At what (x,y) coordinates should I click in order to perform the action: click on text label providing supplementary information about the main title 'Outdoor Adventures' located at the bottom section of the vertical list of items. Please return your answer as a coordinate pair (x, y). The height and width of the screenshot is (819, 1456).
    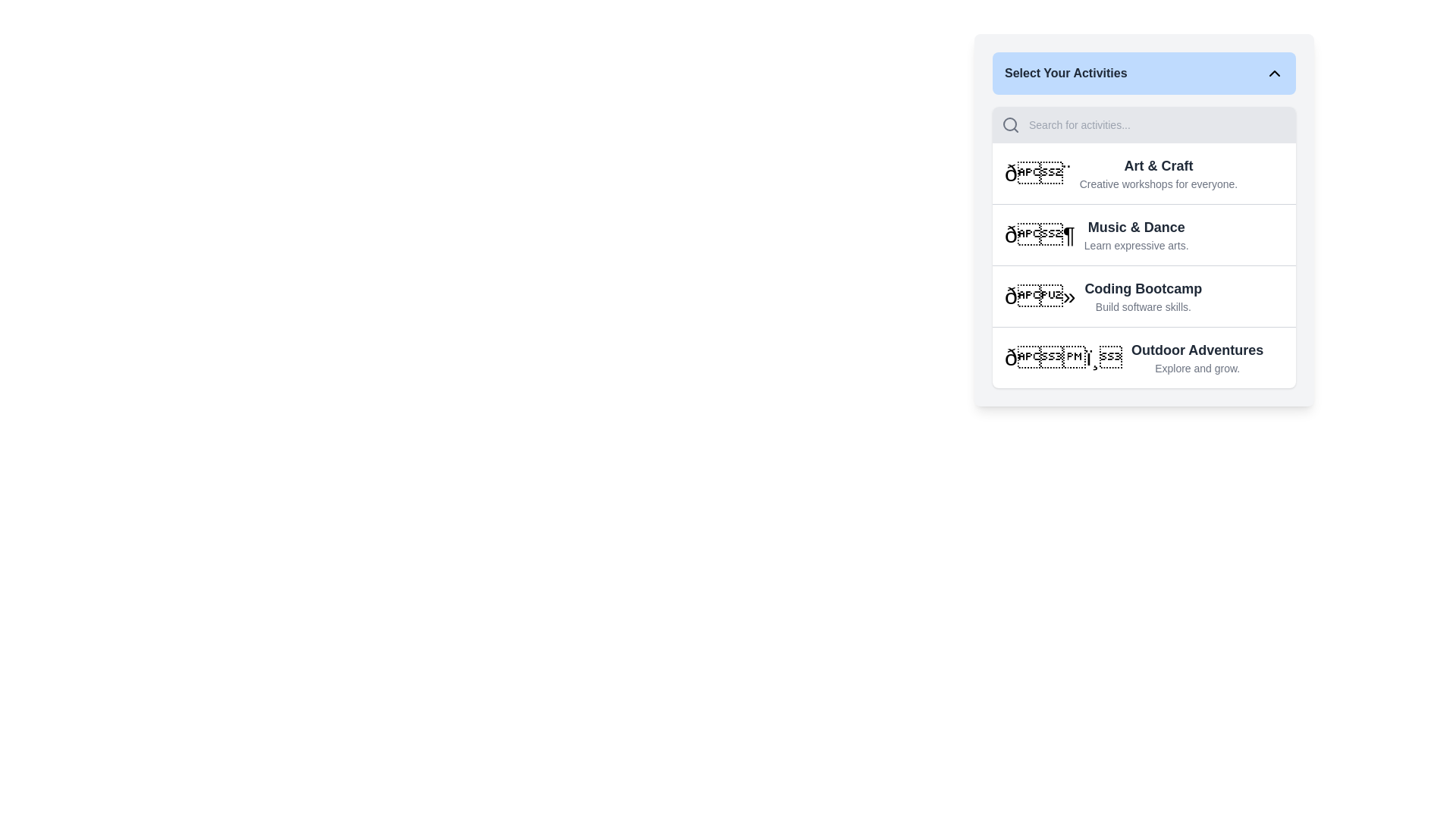
    Looking at the image, I should click on (1197, 369).